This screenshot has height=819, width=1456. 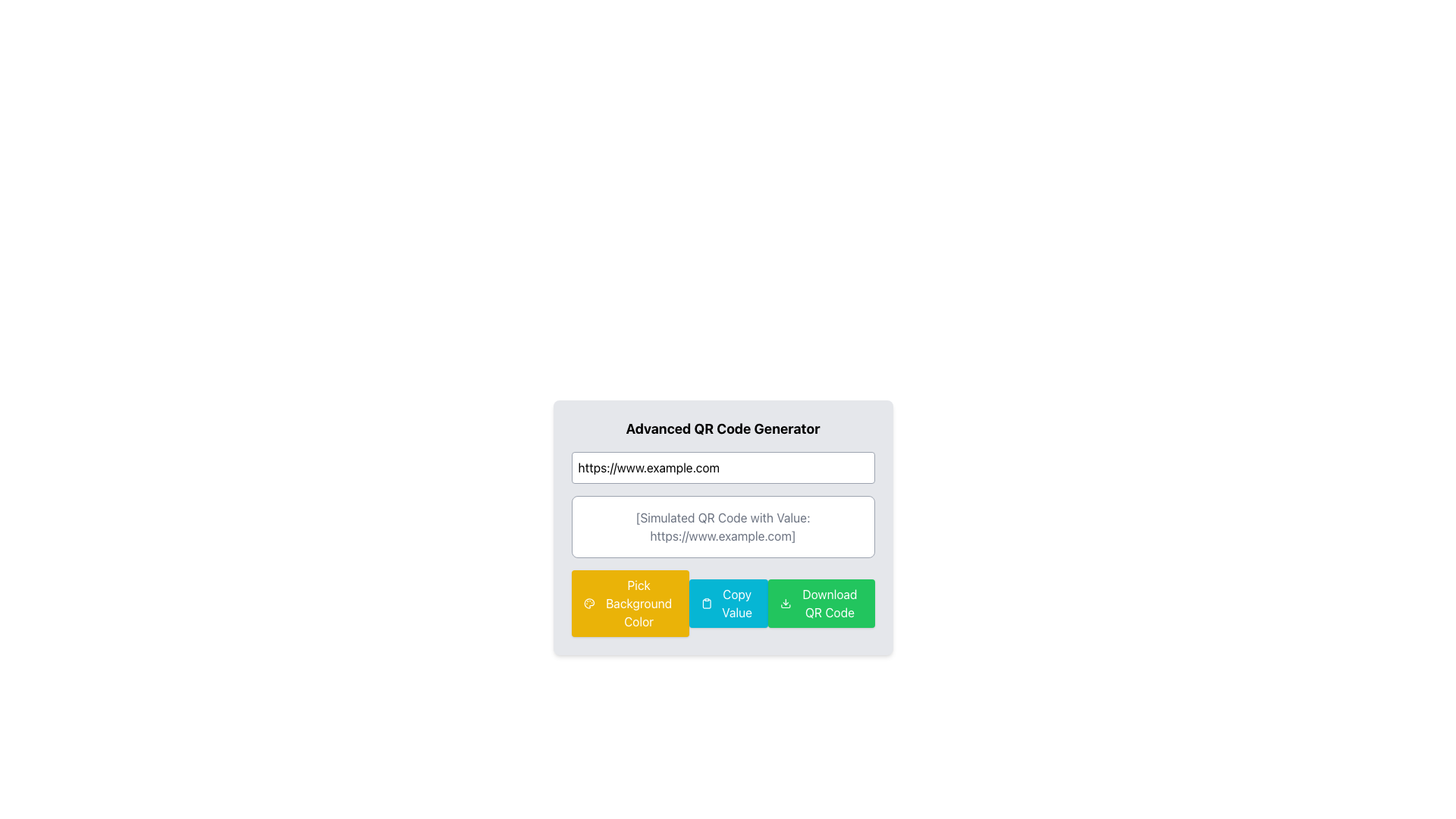 I want to click on the 'Pick Background Color' button, which is a yellow rectangular button with rounded corners, containing white text and a palette icon, located below the QR code section, so click(x=630, y=602).